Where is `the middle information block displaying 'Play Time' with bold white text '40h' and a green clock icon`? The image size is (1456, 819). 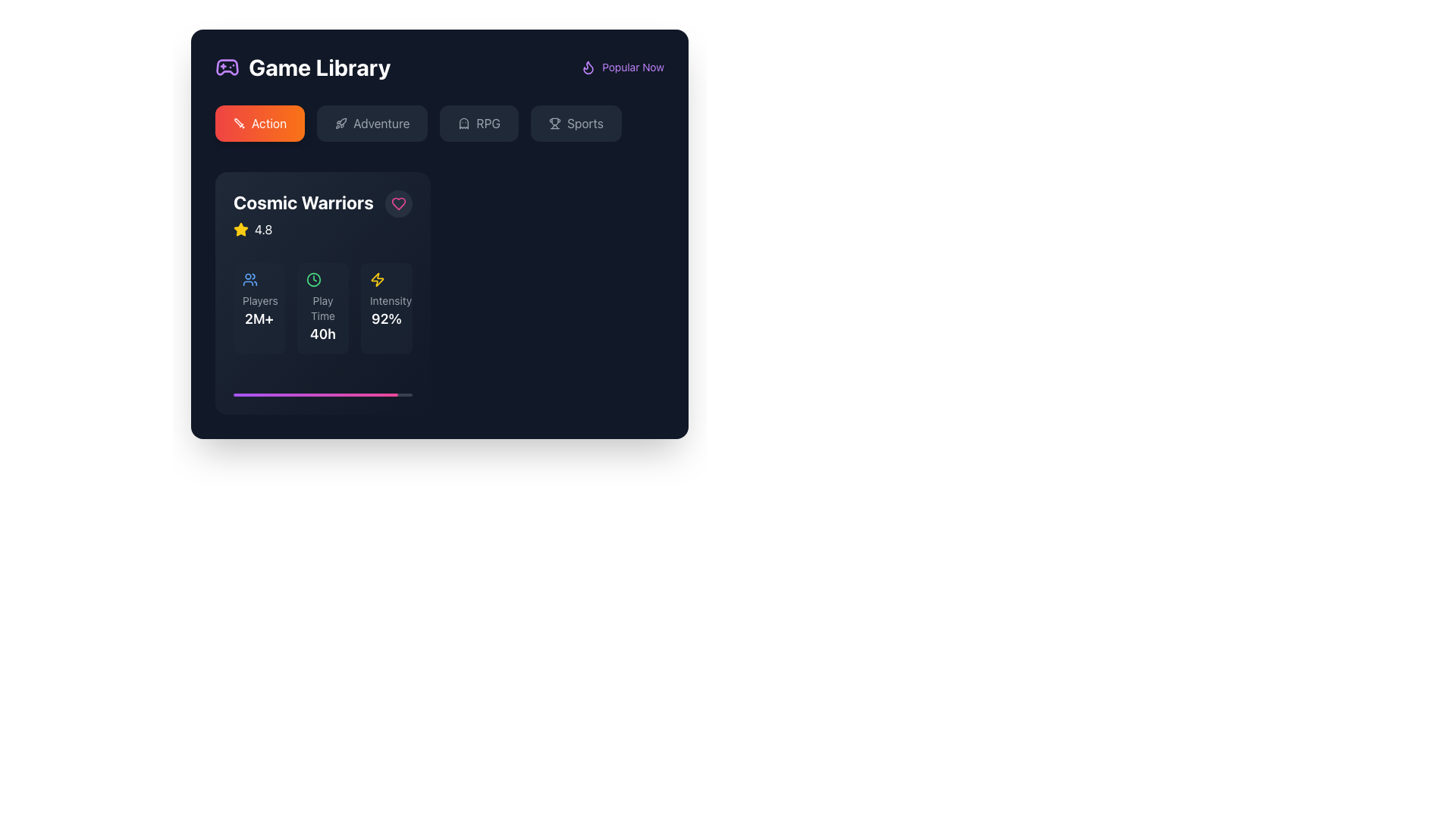 the middle information block displaying 'Play Time' with bold white text '40h' and a green clock icon is located at coordinates (322, 308).